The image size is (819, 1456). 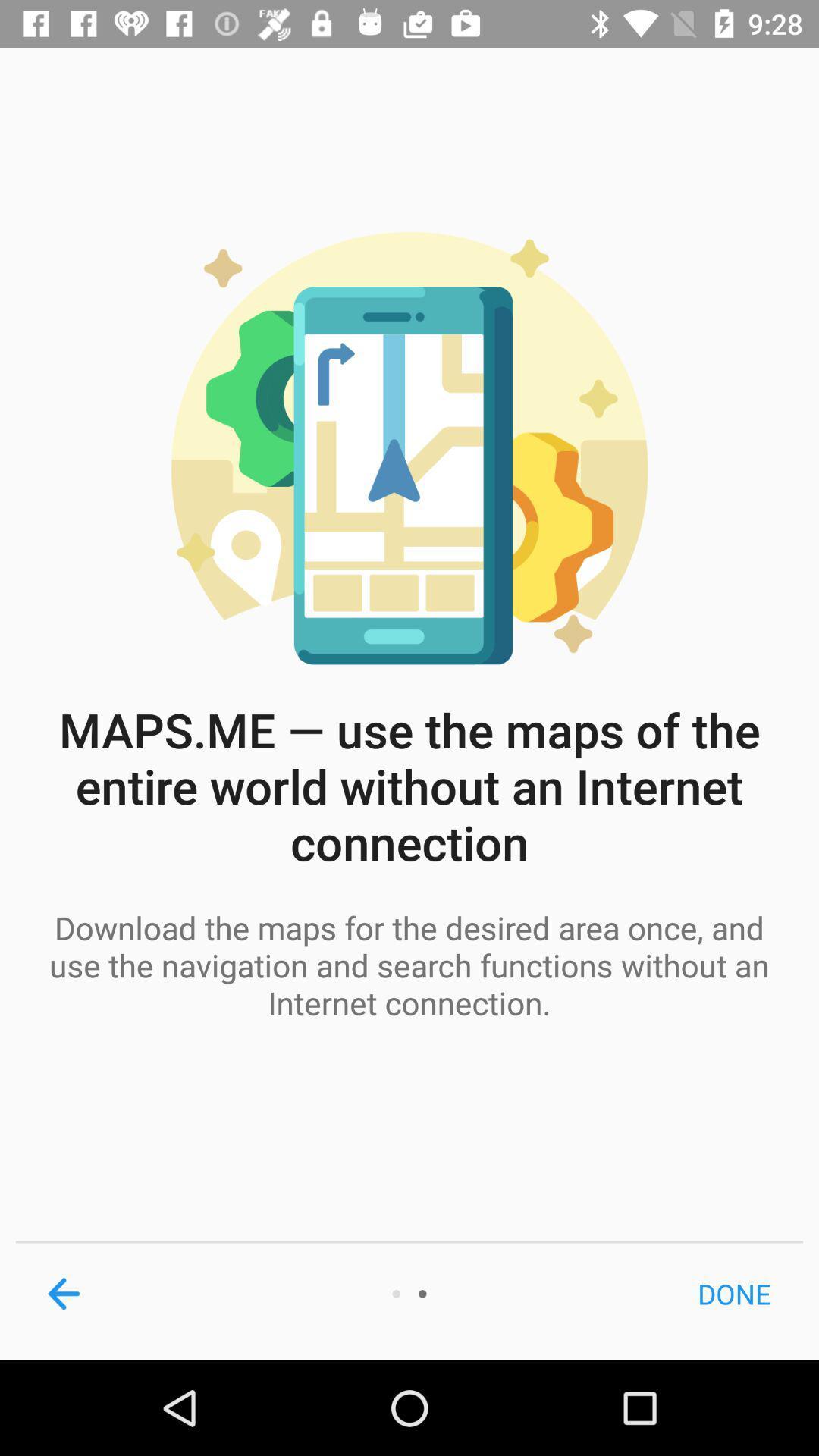 I want to click on item at the bottom right corner, so click(x=733, y=1293).